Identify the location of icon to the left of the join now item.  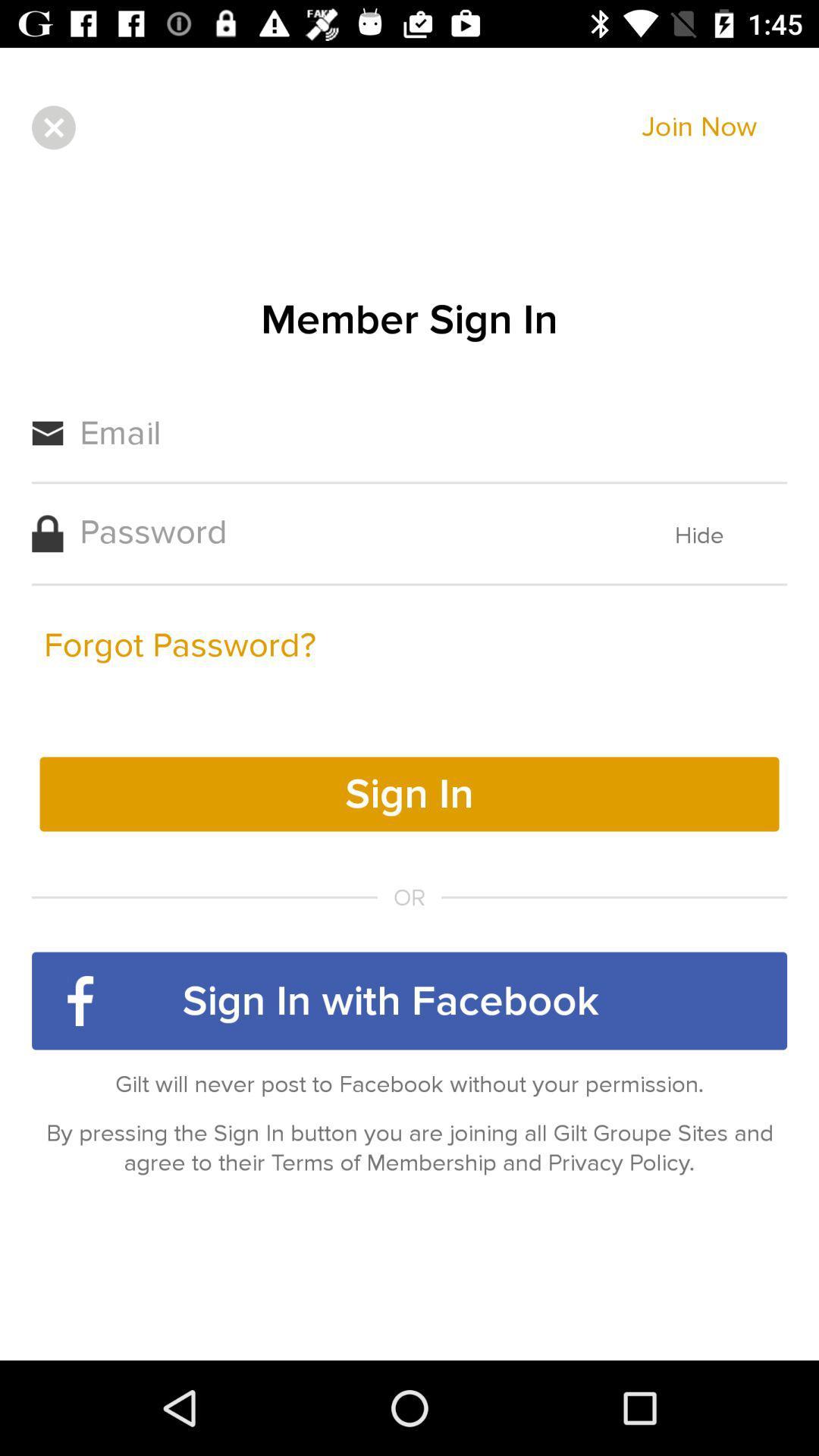
(52, 127).